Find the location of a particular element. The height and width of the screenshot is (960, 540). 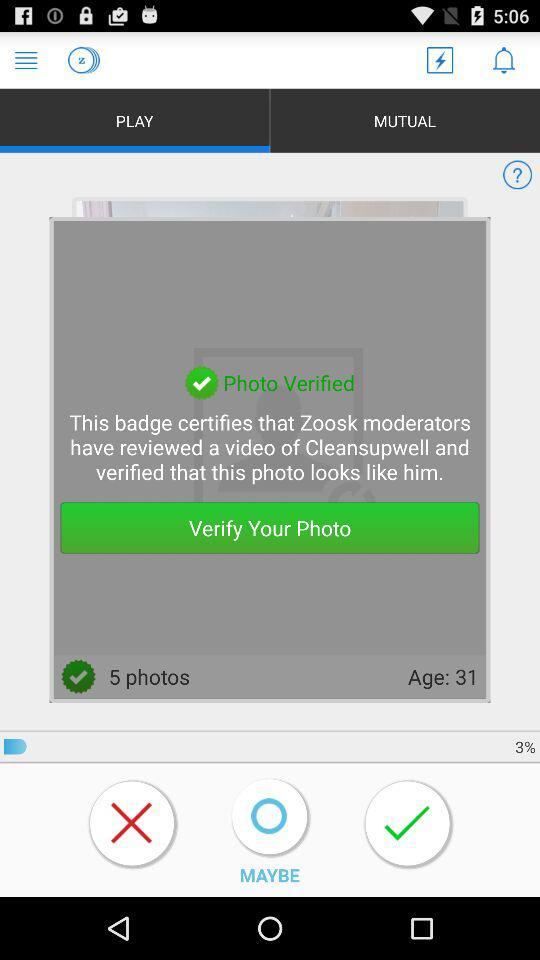

right at left side of the 5 photos is located at coordinates (78, 676).